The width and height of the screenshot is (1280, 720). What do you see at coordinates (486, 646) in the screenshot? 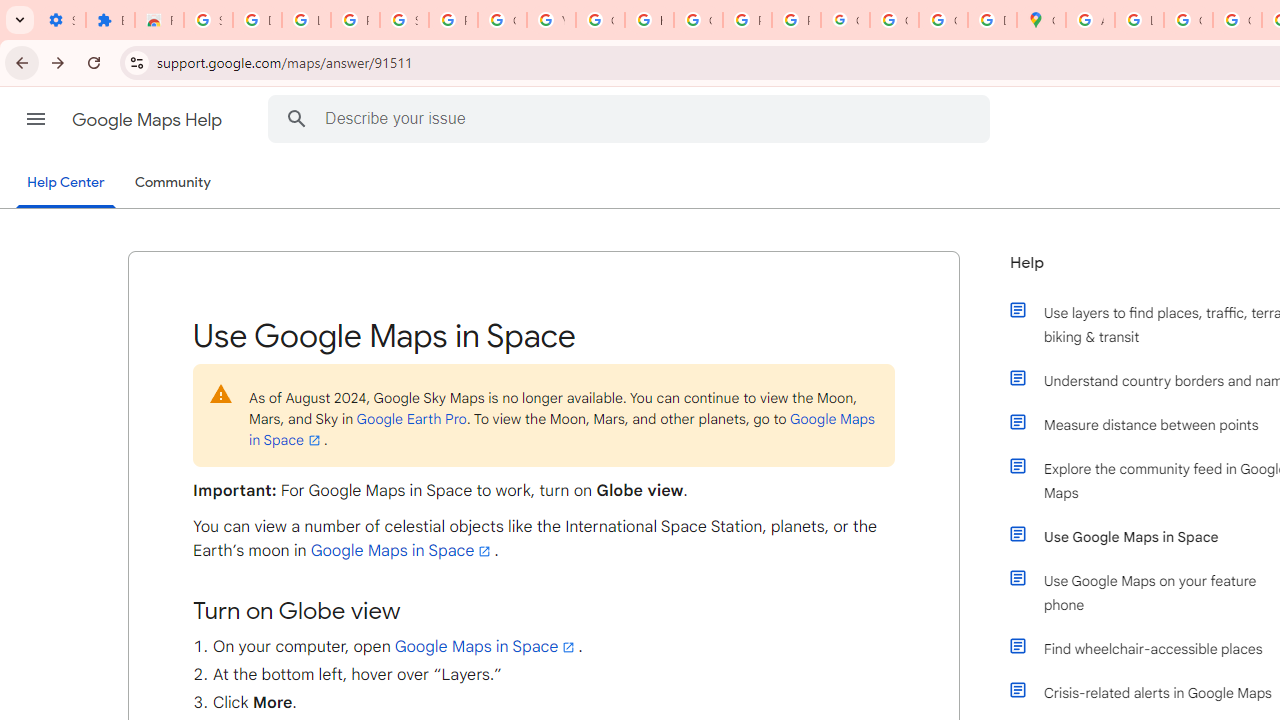
I see `'Google Maps in Space'` at bounding box center [486, 646].